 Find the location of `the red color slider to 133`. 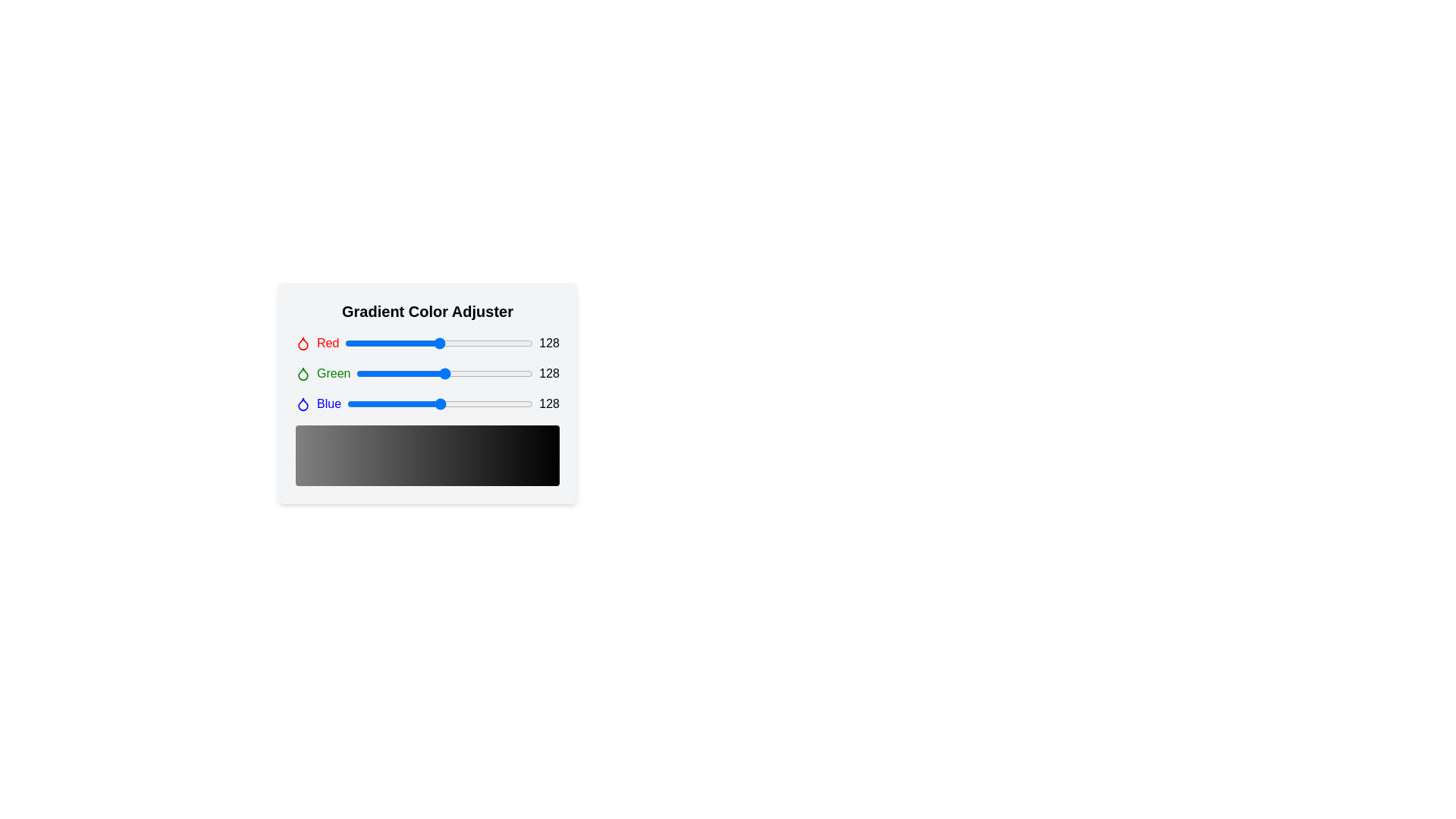

the red color slider to 133 is located at coordinates (442, 343).